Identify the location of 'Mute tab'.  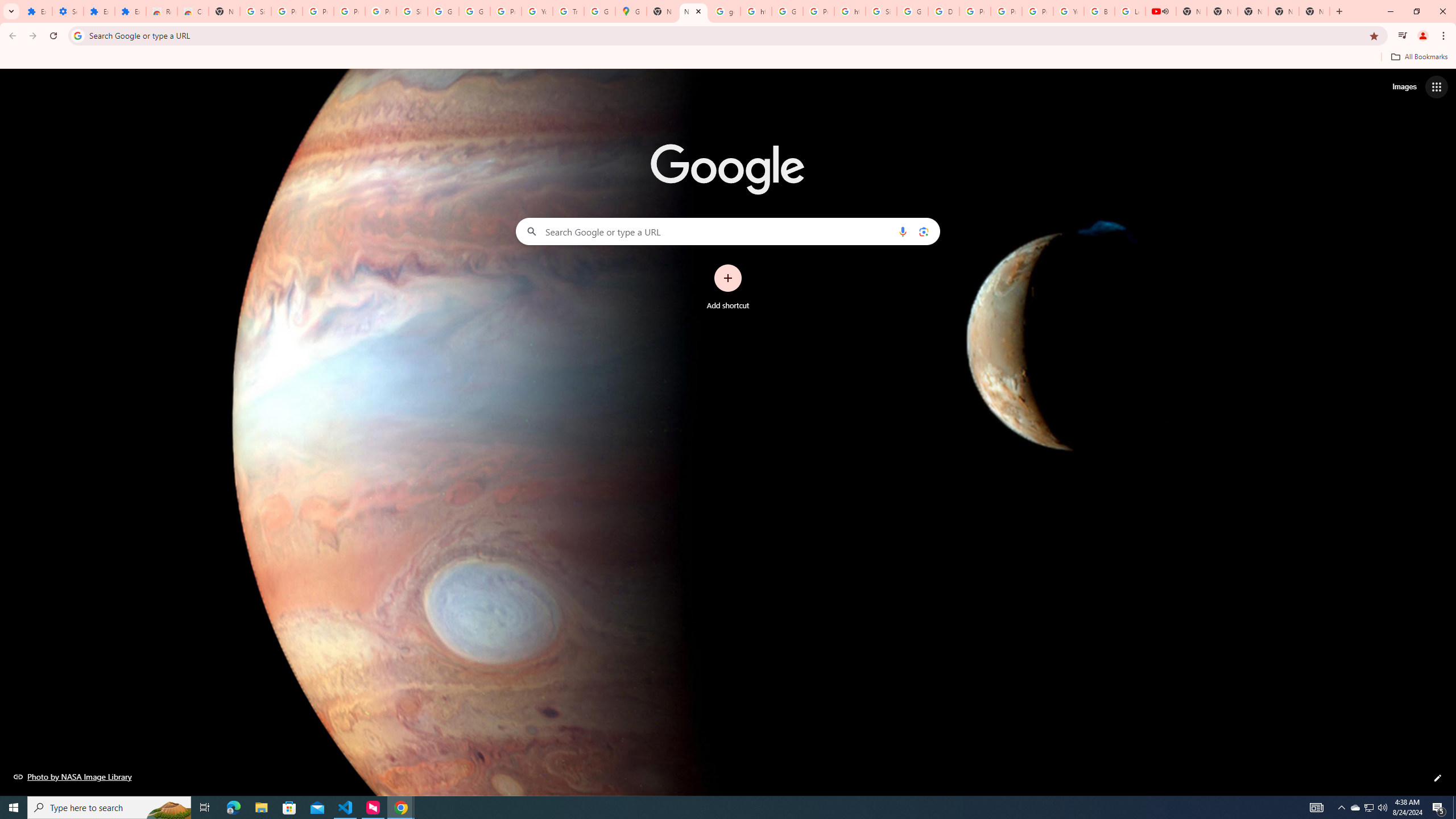
(1165, 11).